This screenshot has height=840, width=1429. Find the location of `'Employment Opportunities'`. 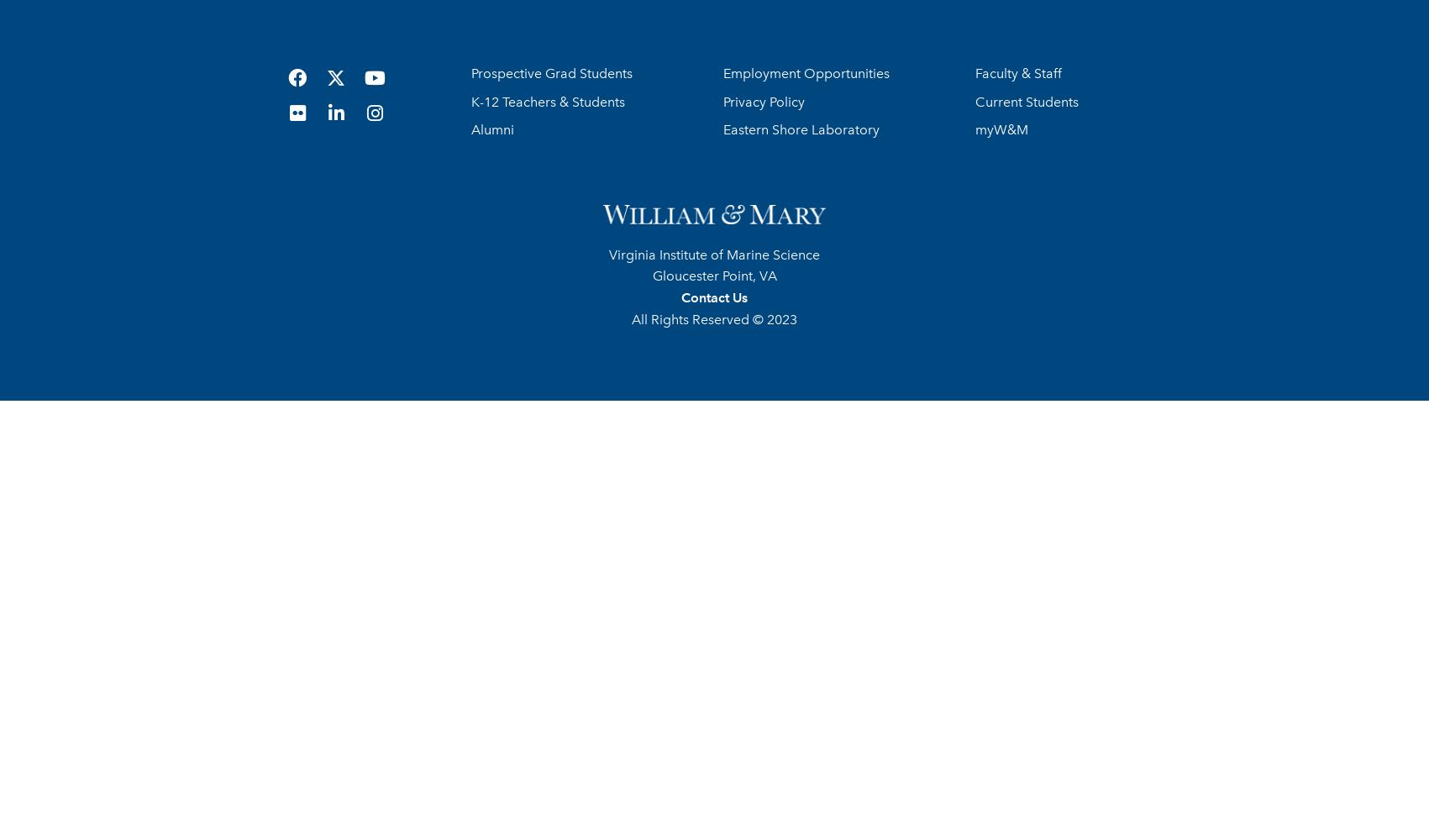

'Employment Opportunities' is located at coordinates (805, 72).